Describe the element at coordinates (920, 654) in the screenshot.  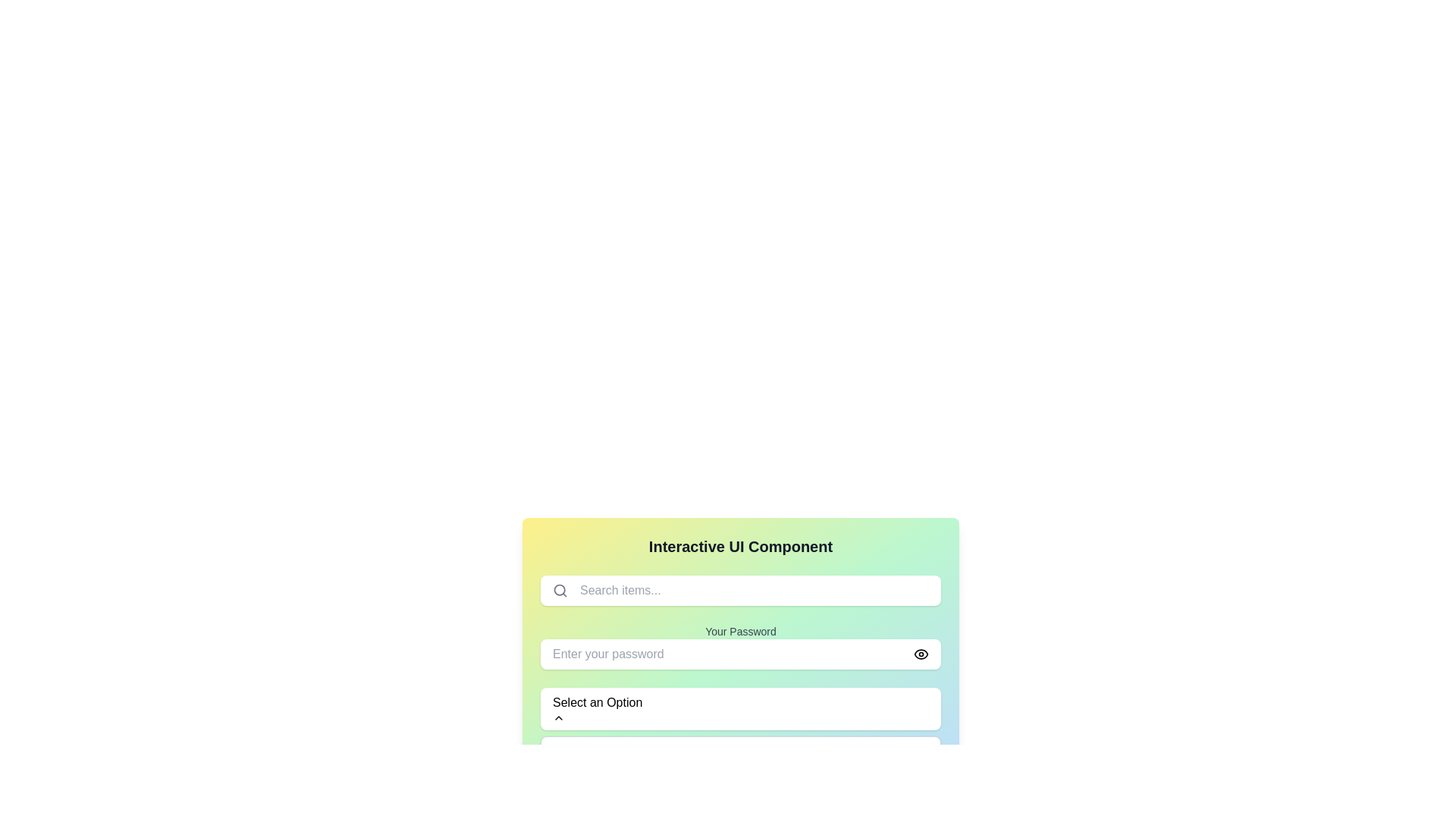
I see `the oval shape element of the eye icon that indicates visibility, located to the right of the 'Your Password' input field` at that location.